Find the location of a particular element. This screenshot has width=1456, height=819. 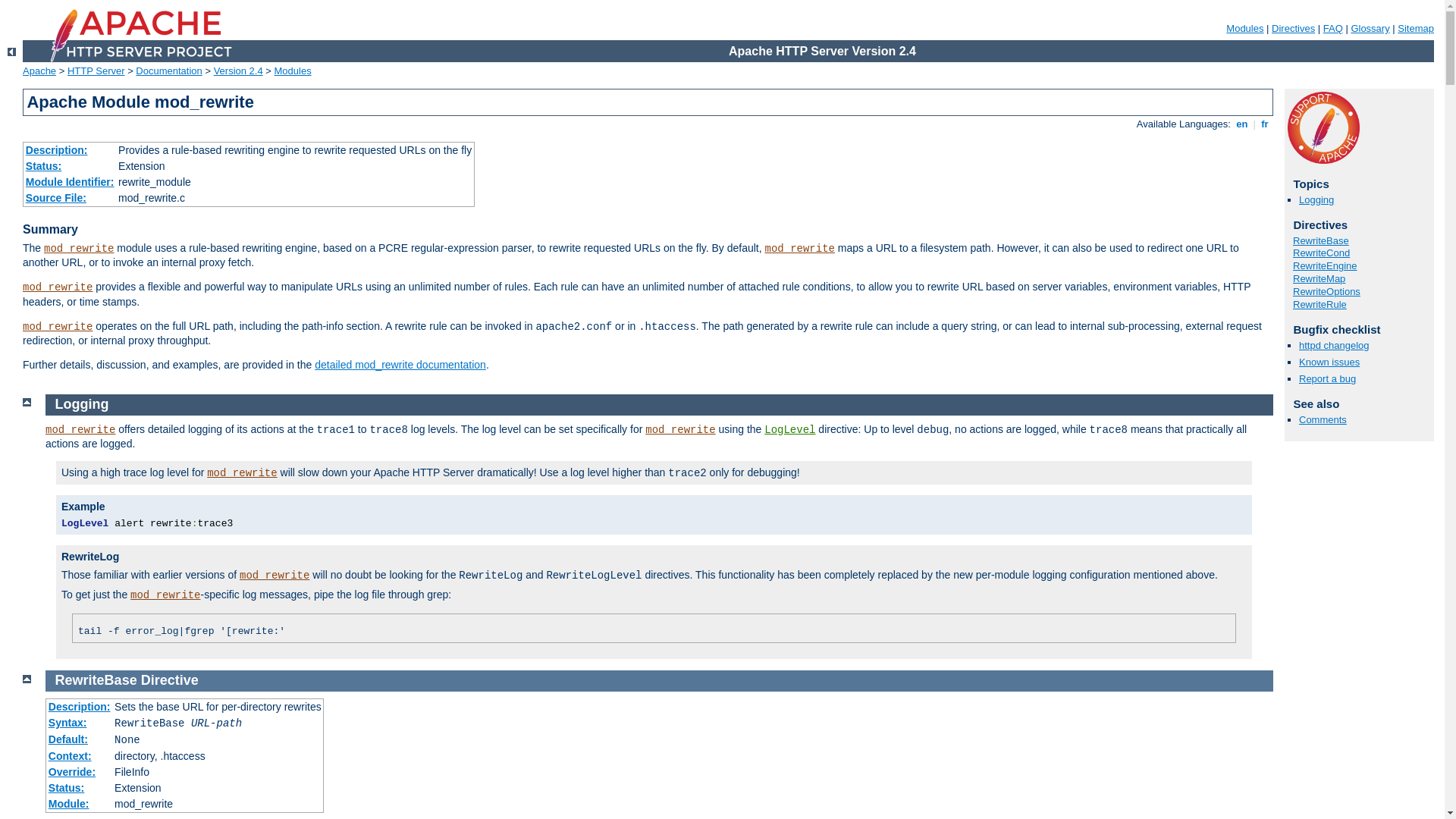

'RewriteRule' is located at coordinates (1319, 304).